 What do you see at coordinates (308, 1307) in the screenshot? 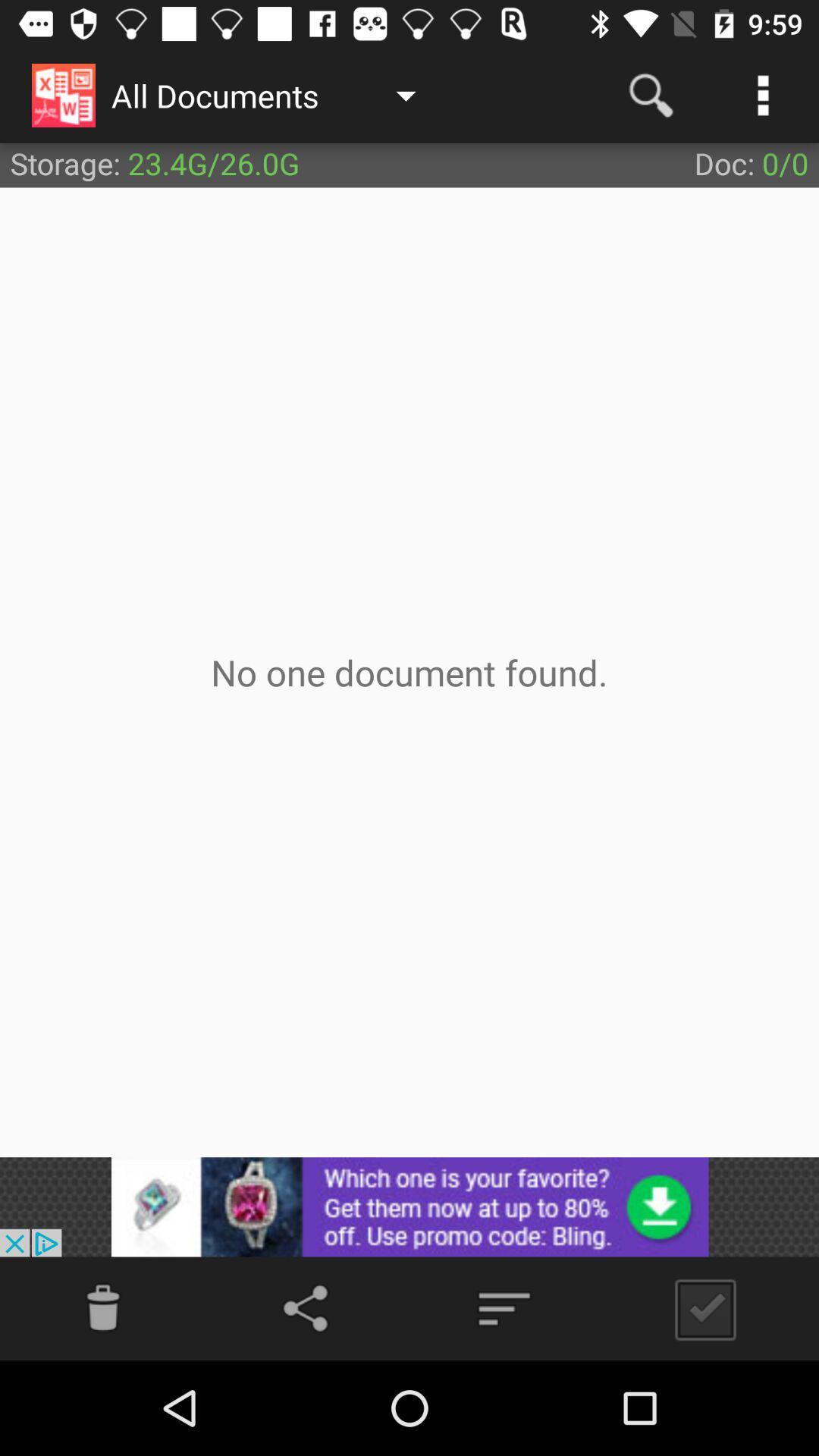
I see `the share icon` at bounding box center [308, 1307].